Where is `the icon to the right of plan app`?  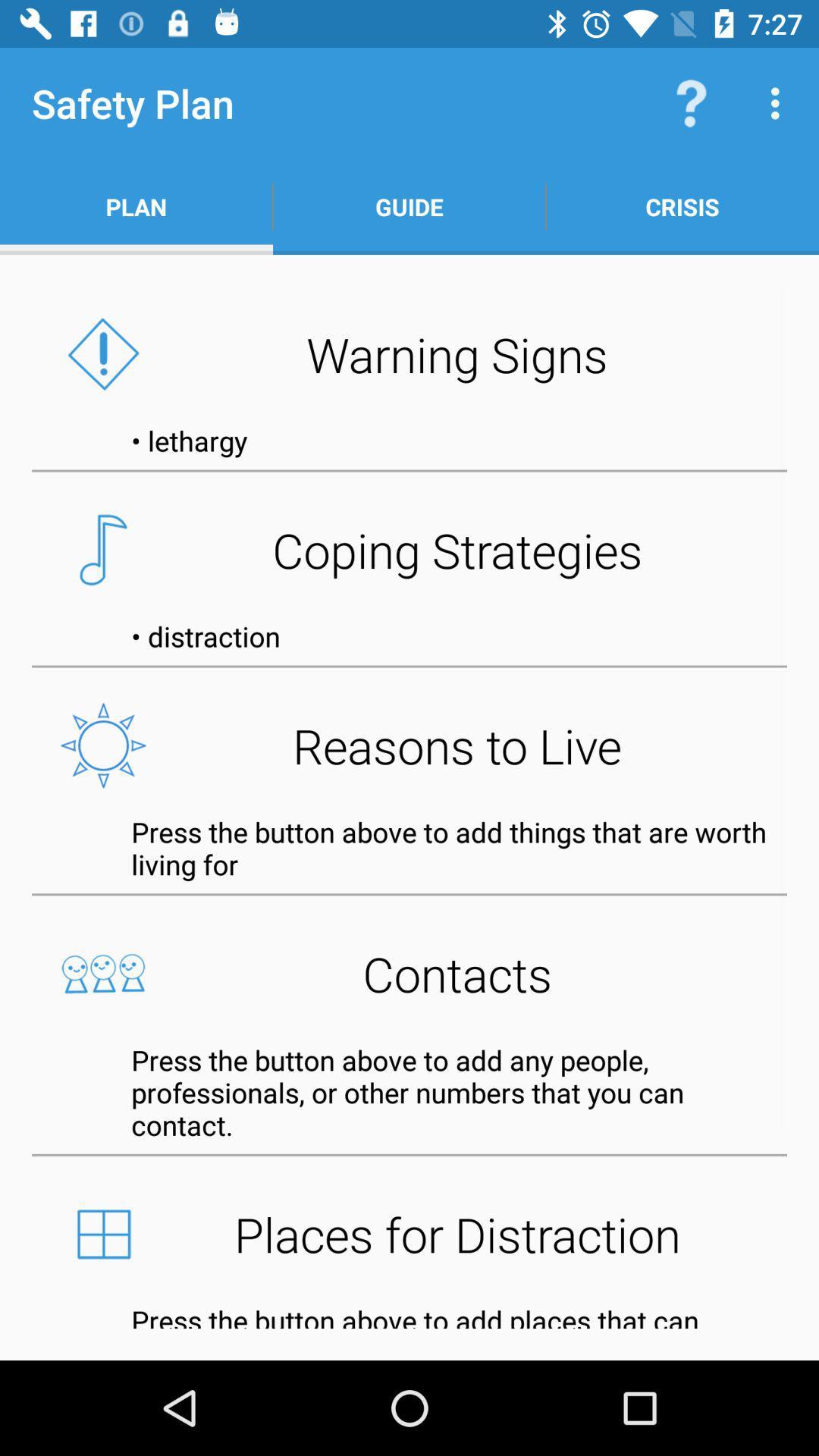
the icon to the right of plan app is located at coordinates (409, 206).